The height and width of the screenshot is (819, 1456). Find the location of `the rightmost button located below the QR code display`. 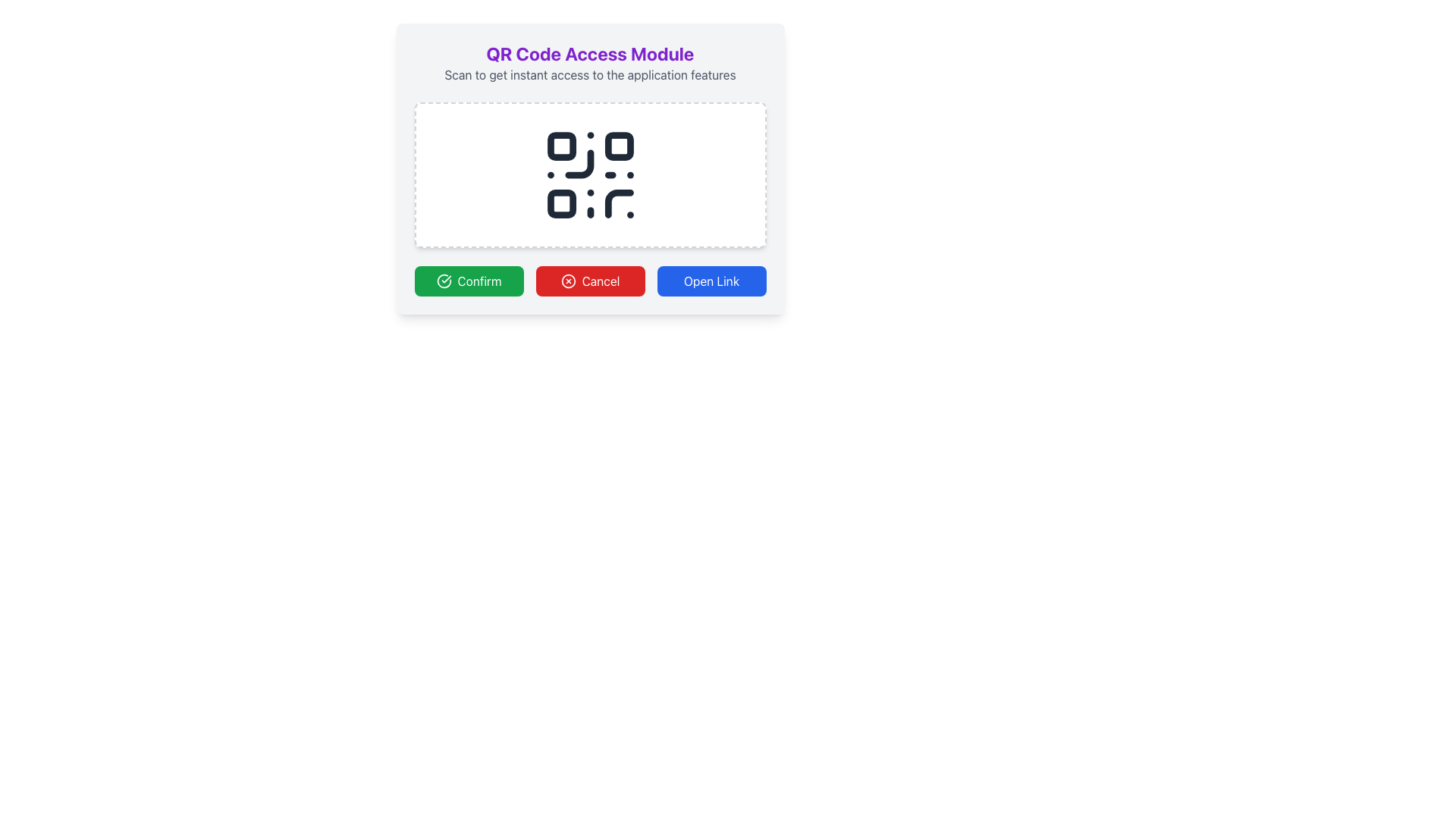

the rightmost button located below the QR code display is located at coordinates (711, 281).